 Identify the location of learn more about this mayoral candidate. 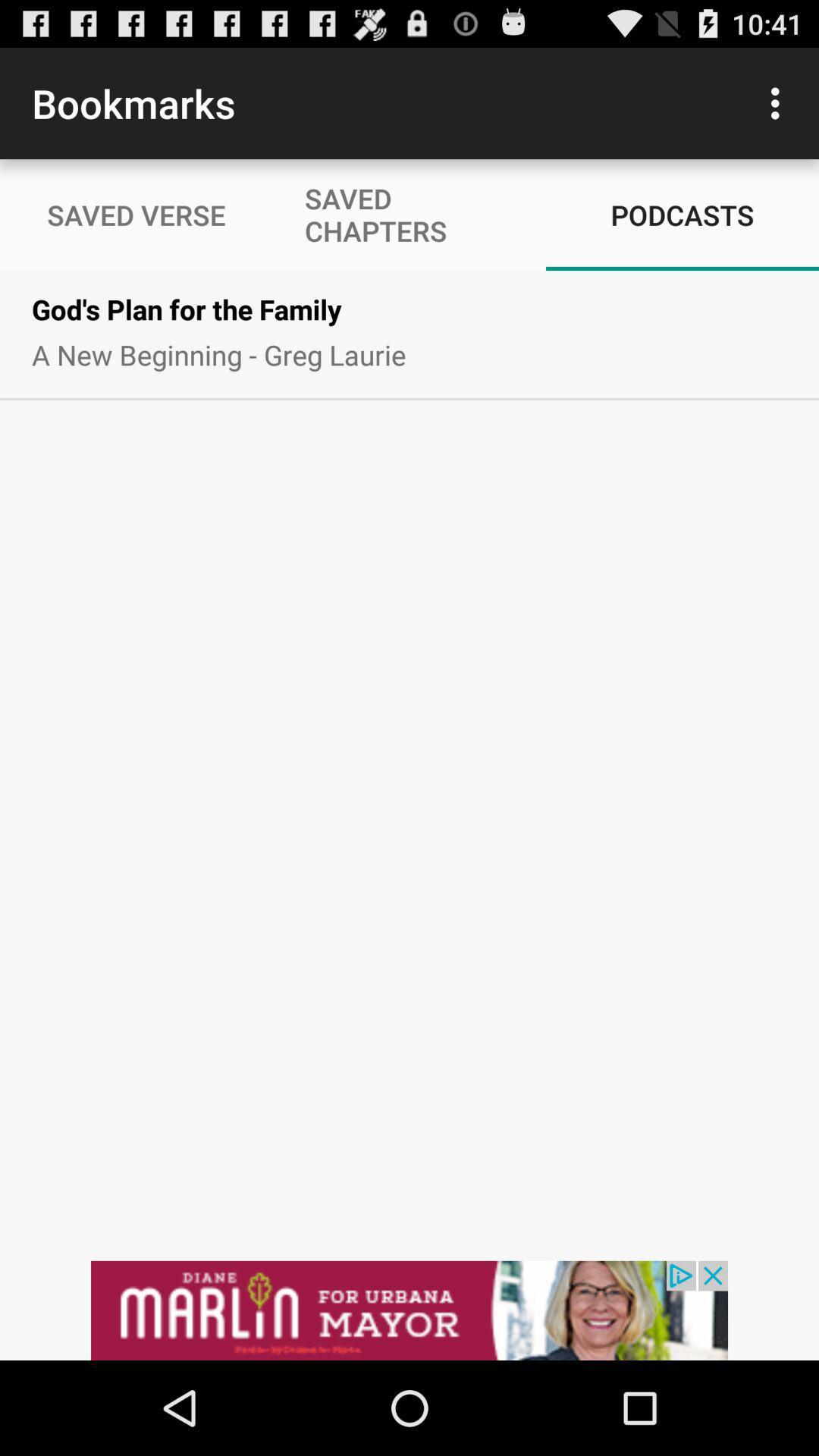
(409, 1310).